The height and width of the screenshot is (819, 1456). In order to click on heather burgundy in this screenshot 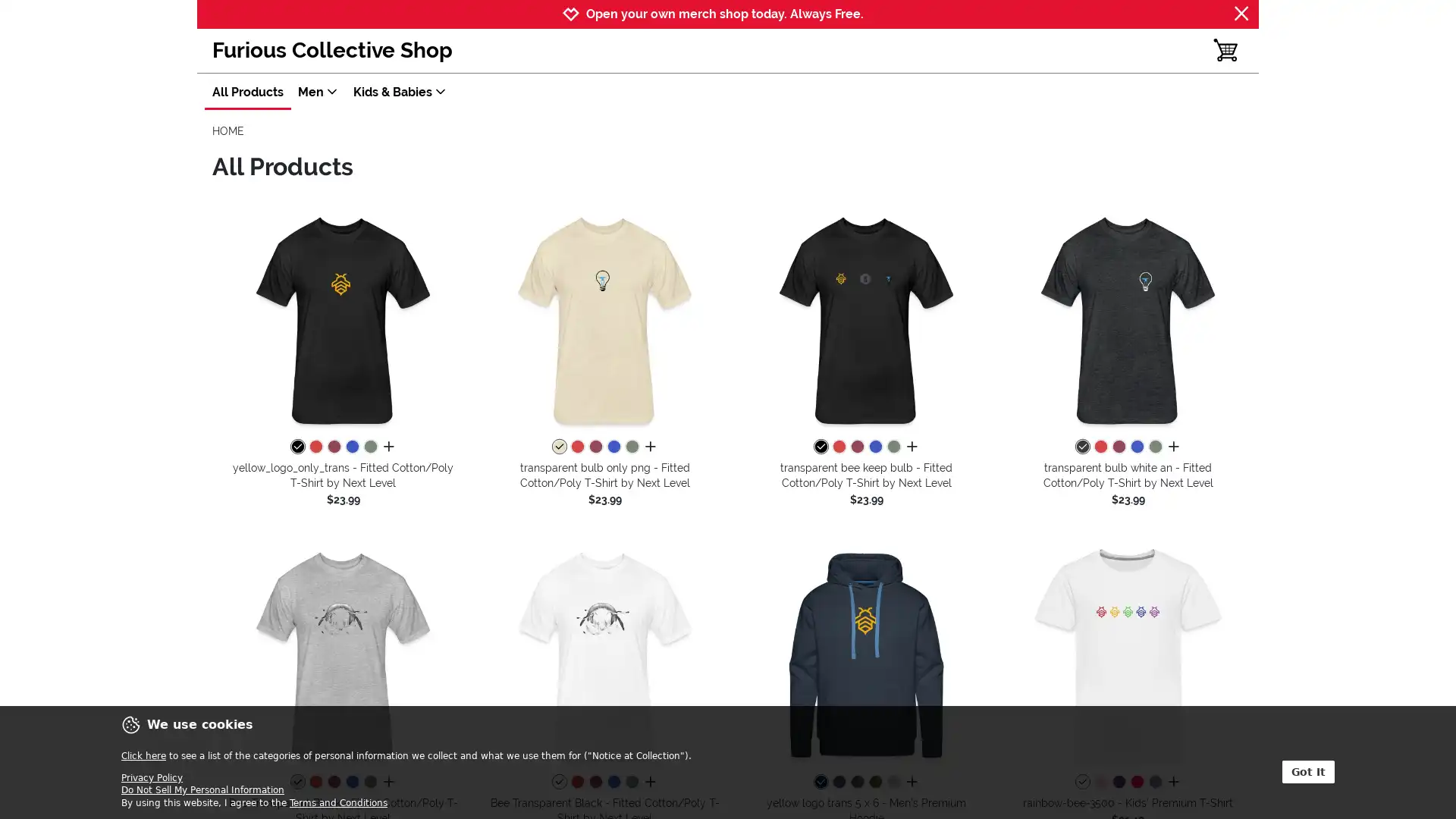, I will do `click(333, 783)`.